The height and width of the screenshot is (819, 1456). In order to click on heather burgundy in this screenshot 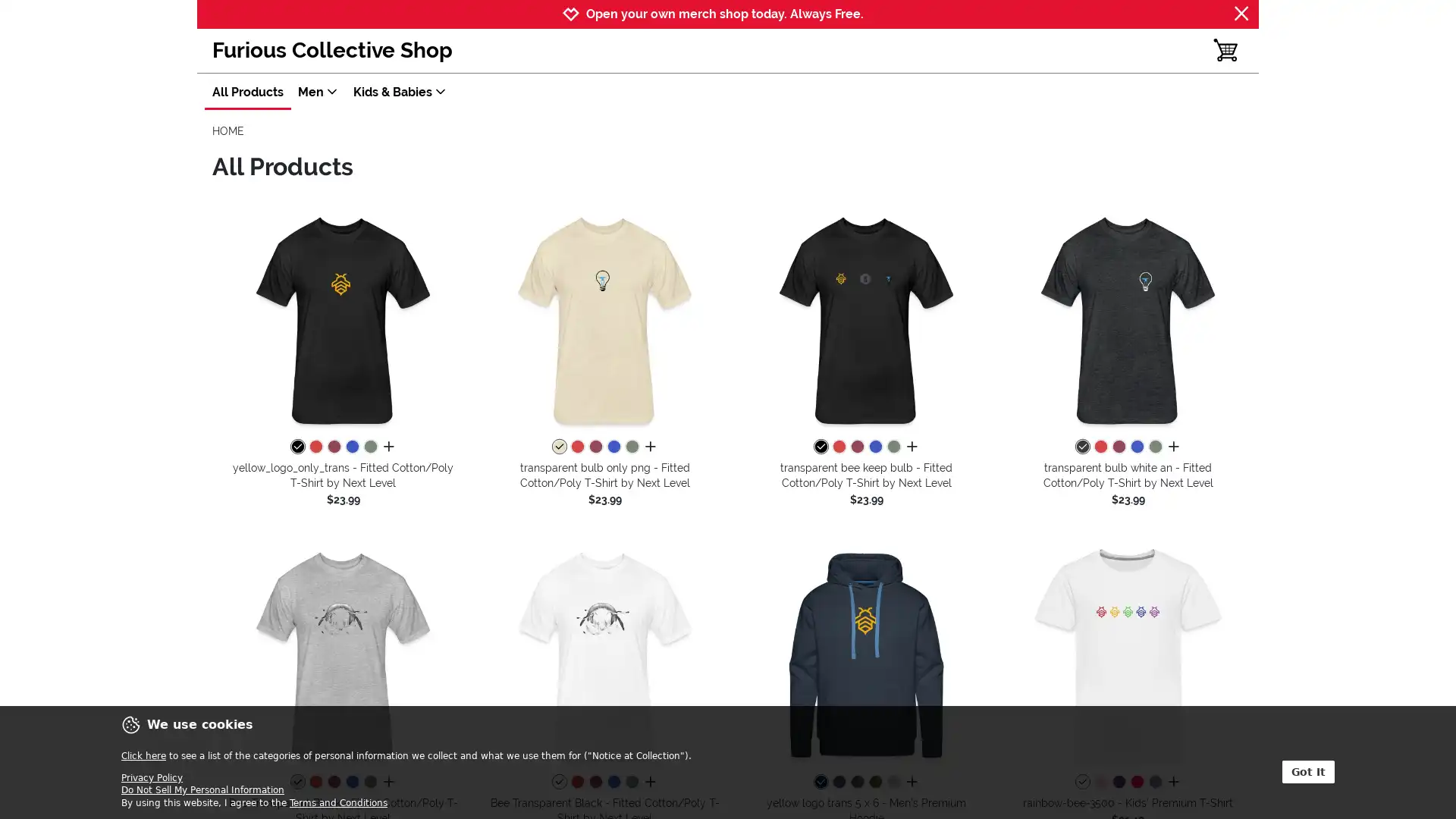, I will do `click(333, 783)`.